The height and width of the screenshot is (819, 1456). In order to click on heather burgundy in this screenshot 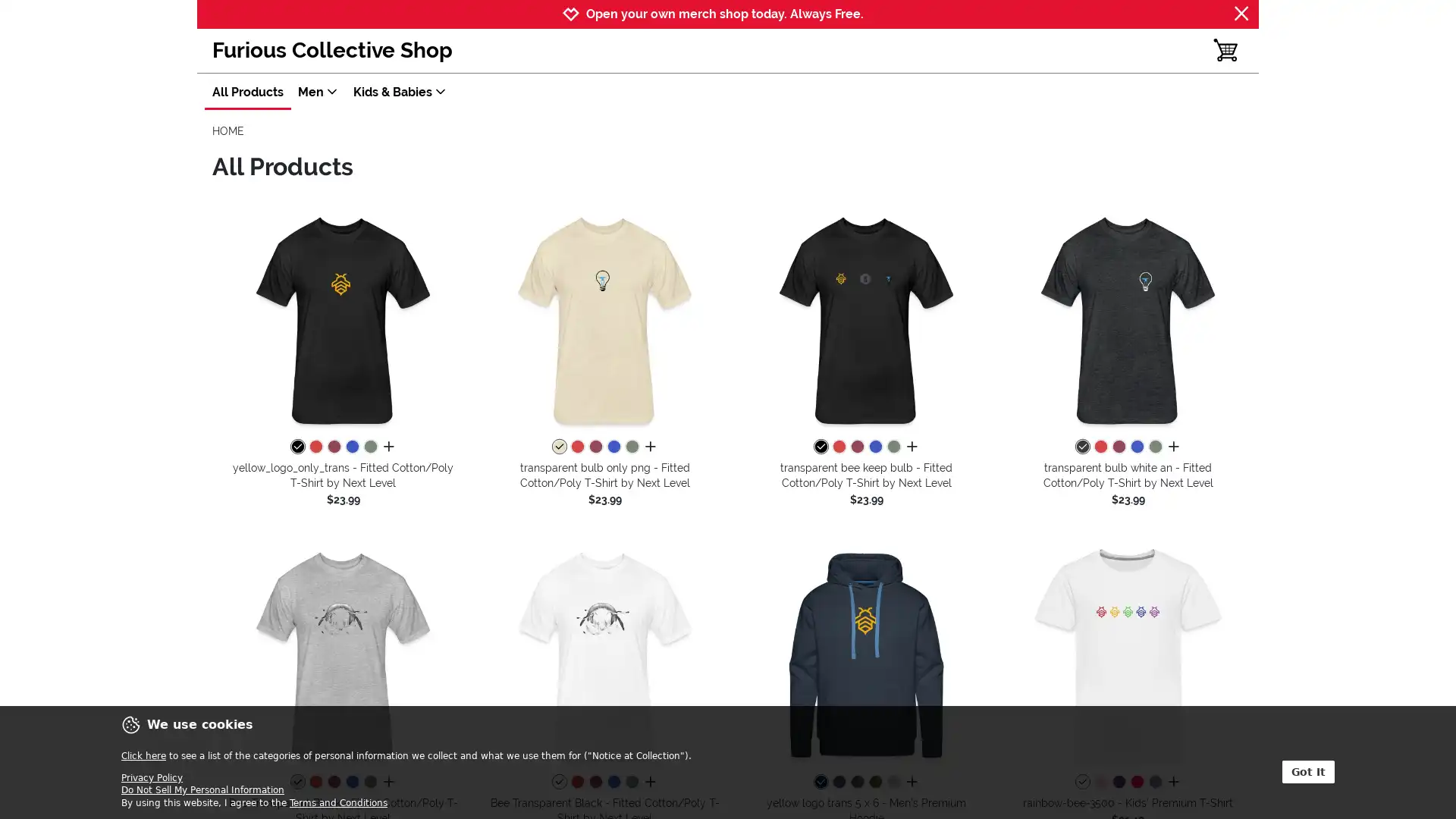, I will do `click(333, 783)`.